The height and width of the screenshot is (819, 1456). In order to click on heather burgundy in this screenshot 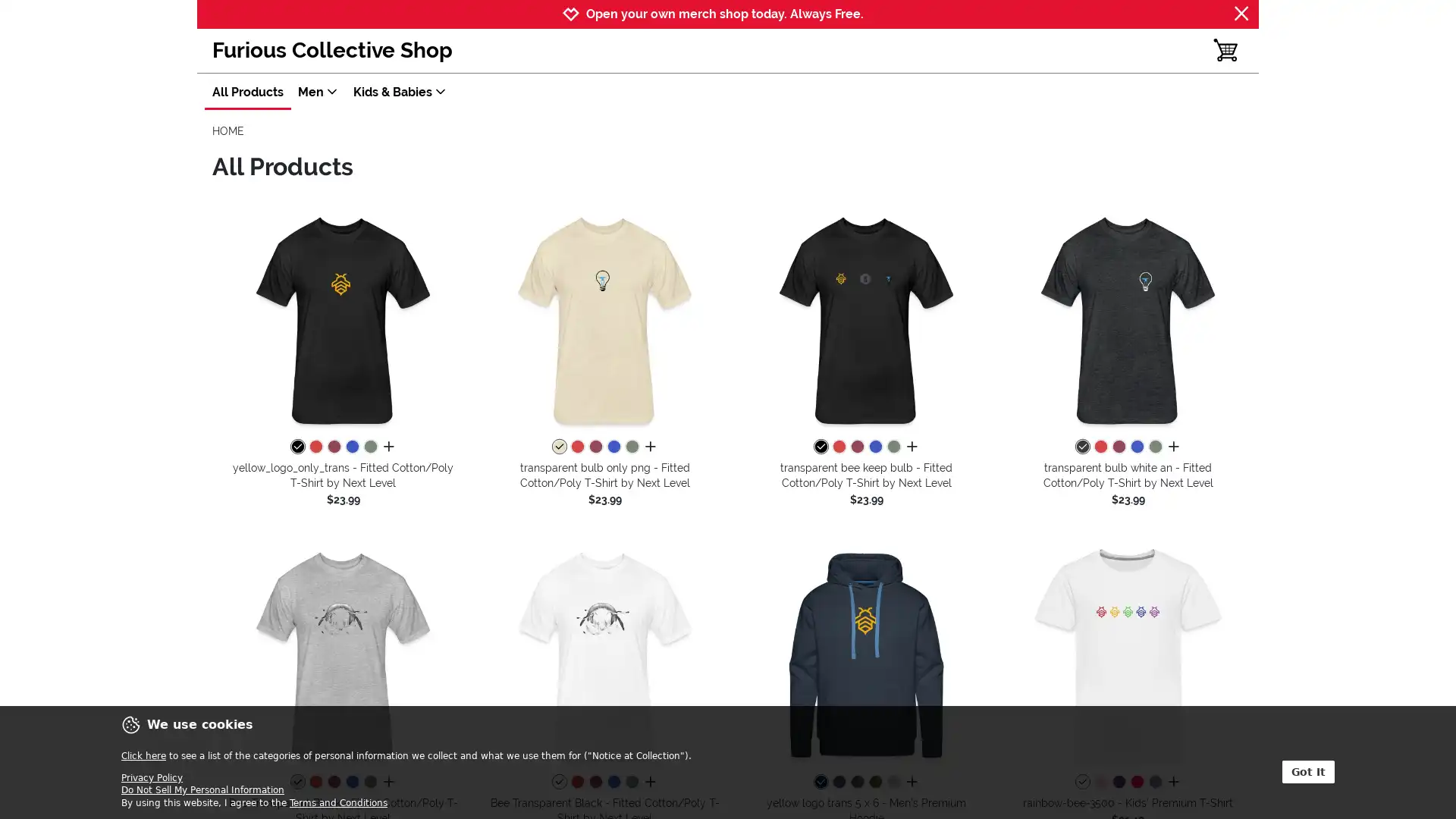, I will do `click(333, 783)`.